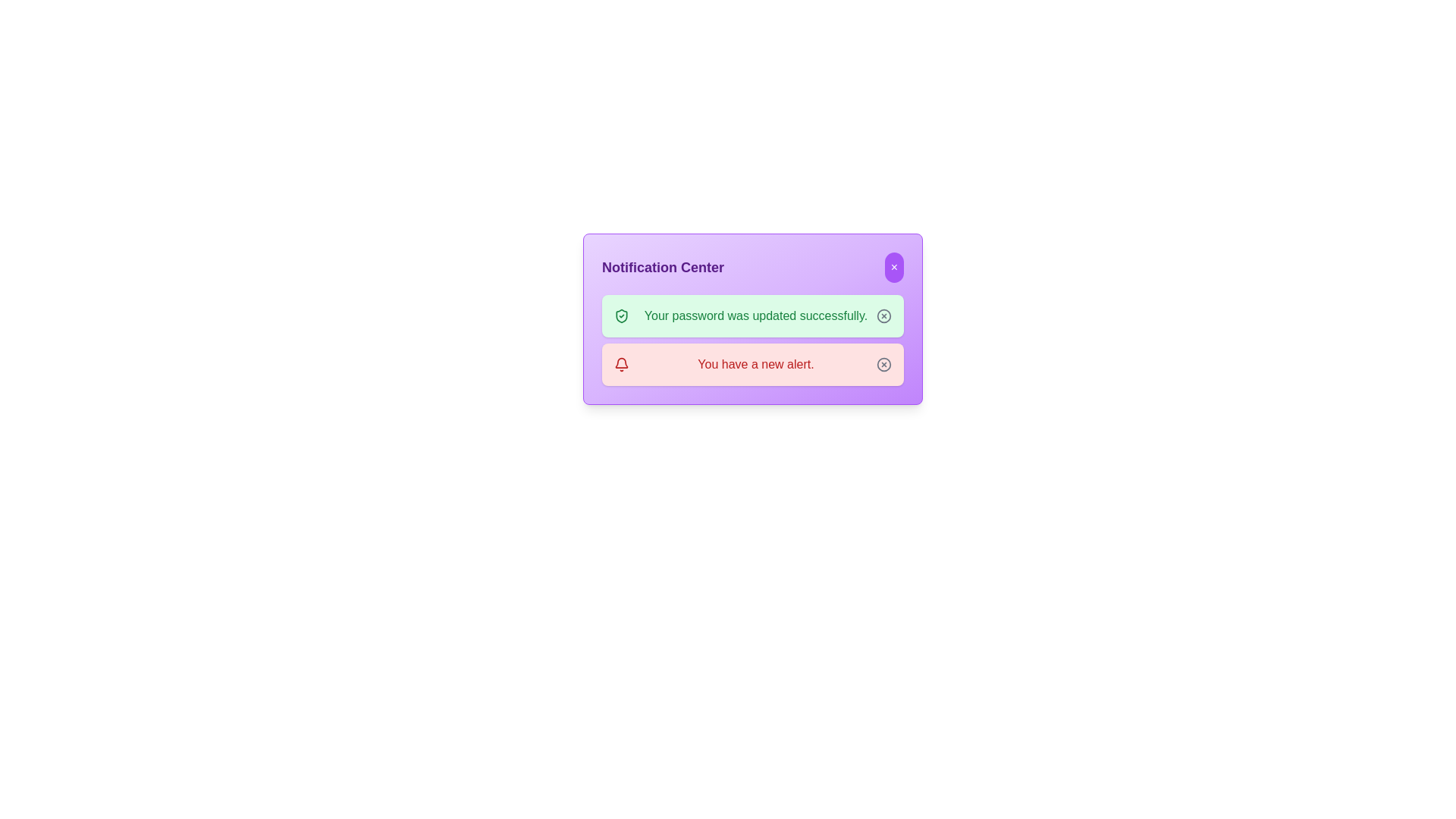 The height and width of the screenshot is (819, 1456). I want to click on the circular close button with a purple background and a white '×' character, so click(894, 267).